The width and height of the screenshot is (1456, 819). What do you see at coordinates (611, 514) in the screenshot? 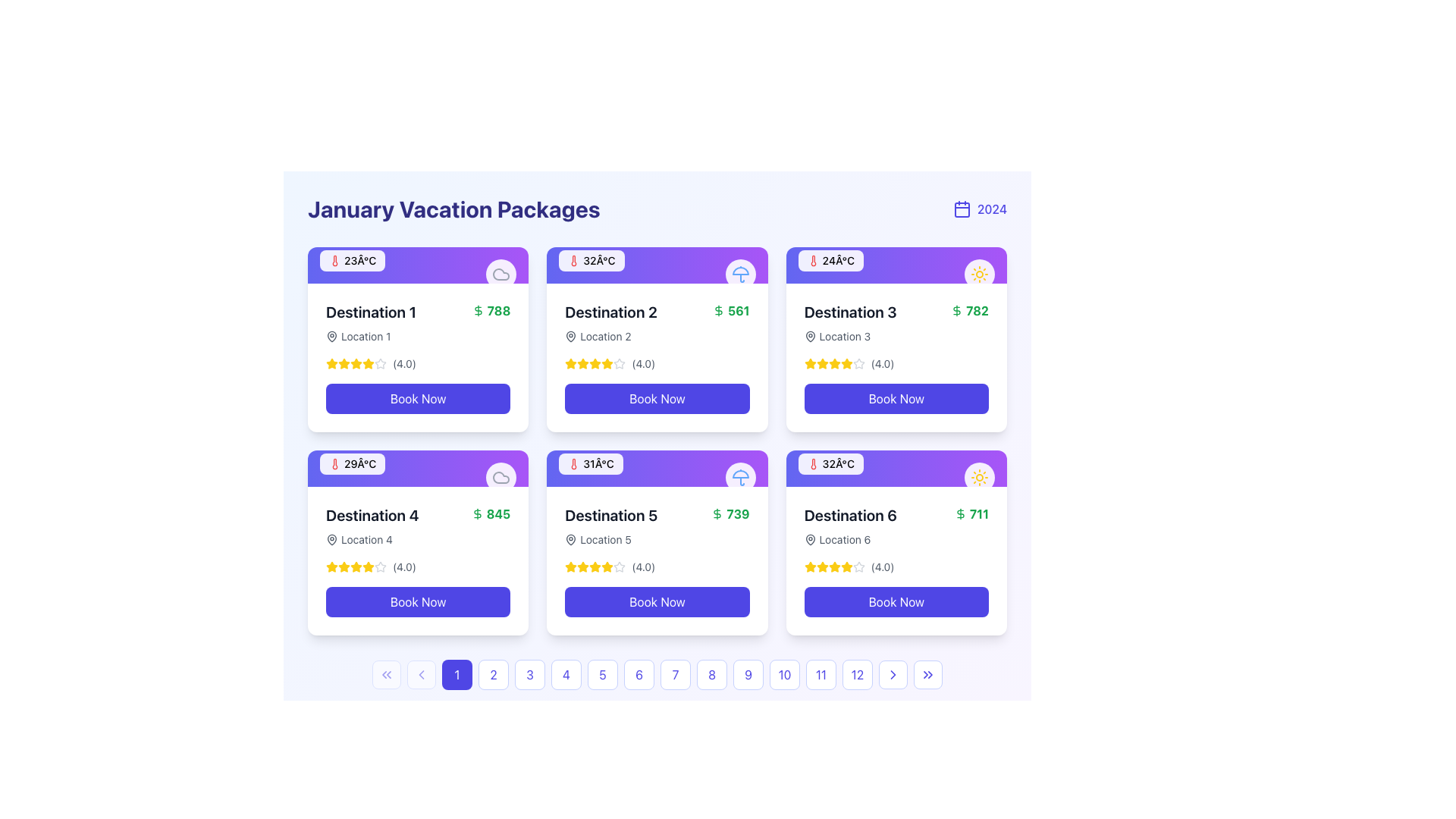
I see `text label displaying 'Destination 5' which is prominently positioned at the top of the fifth card in the grid layout of vacation packages` at bounding box center [611, 514].